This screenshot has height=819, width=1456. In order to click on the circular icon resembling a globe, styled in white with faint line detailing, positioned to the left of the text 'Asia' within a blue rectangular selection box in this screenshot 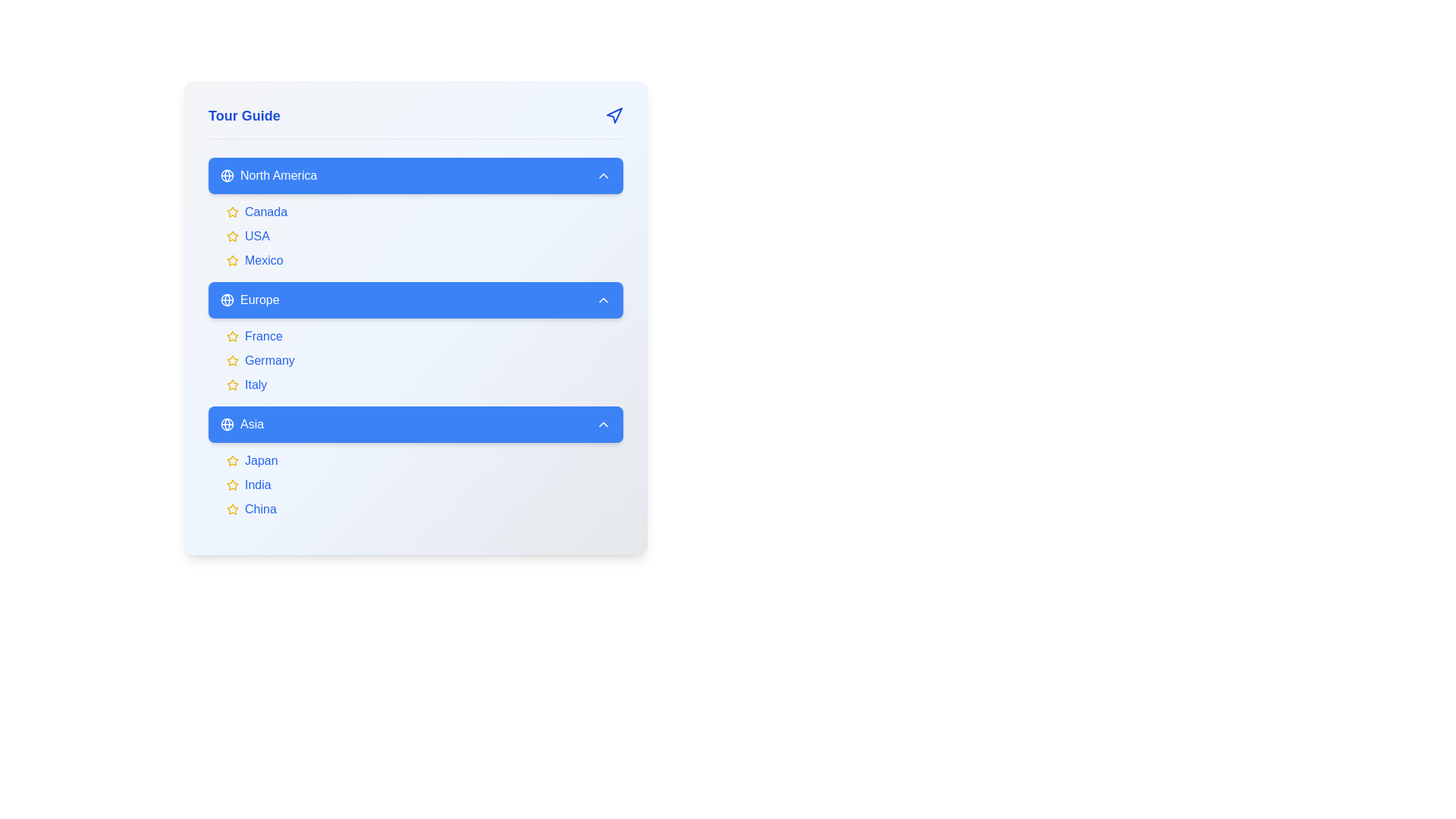, I will do `click(226, 424)`.